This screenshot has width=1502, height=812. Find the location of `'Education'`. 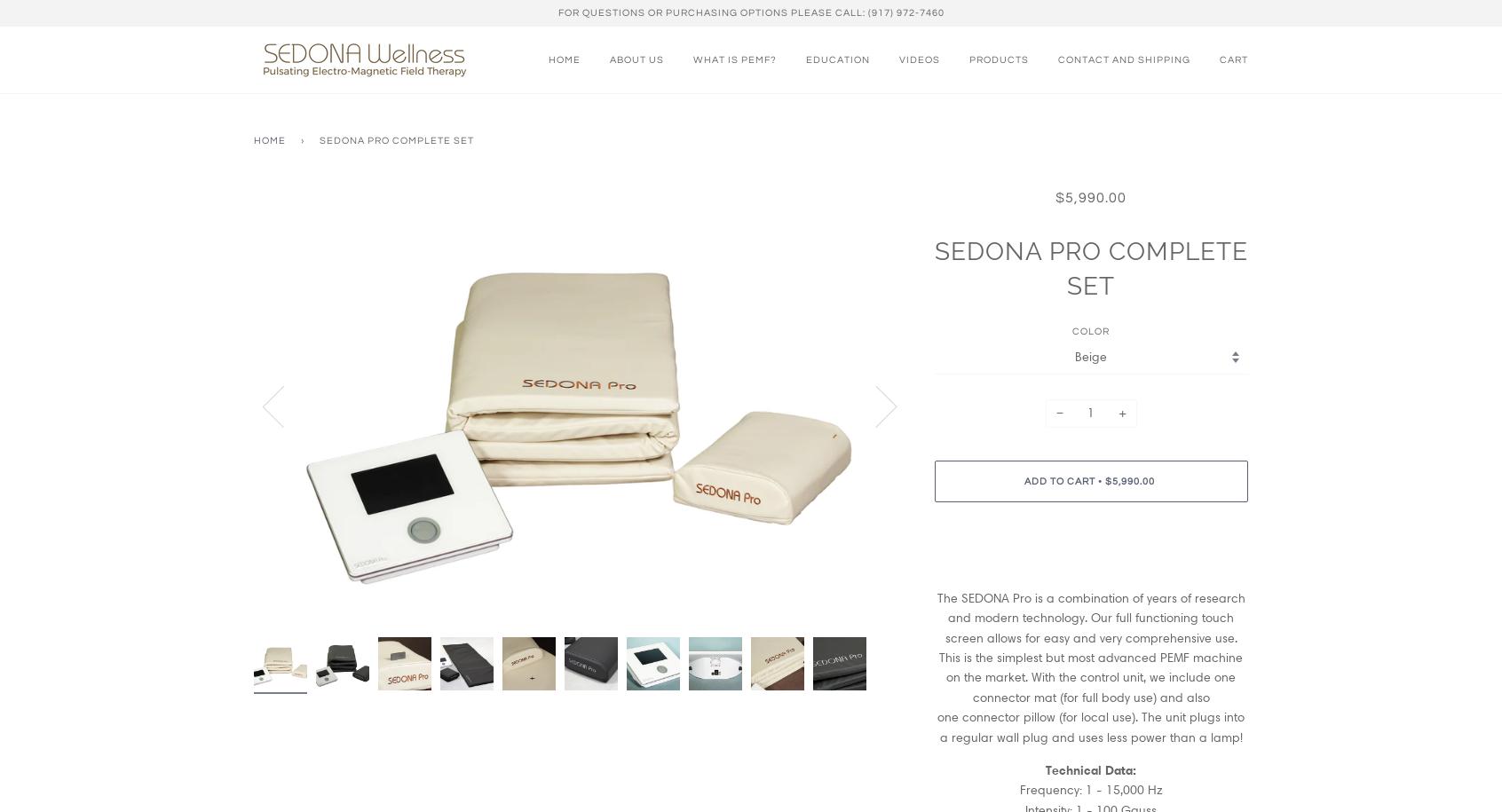

'Education' is located at coordinates (837, 58).